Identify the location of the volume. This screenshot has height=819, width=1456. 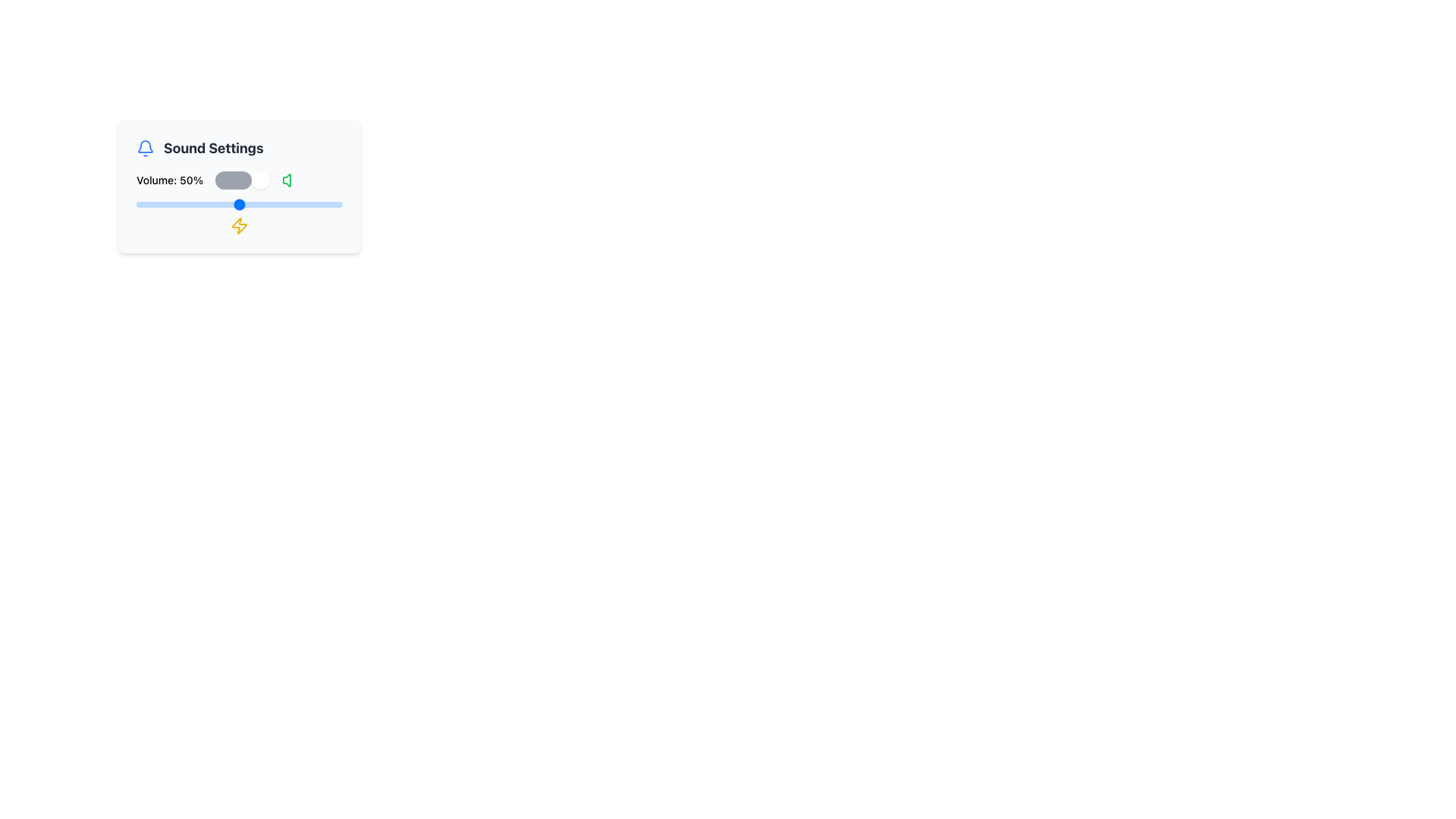
(169, 205).